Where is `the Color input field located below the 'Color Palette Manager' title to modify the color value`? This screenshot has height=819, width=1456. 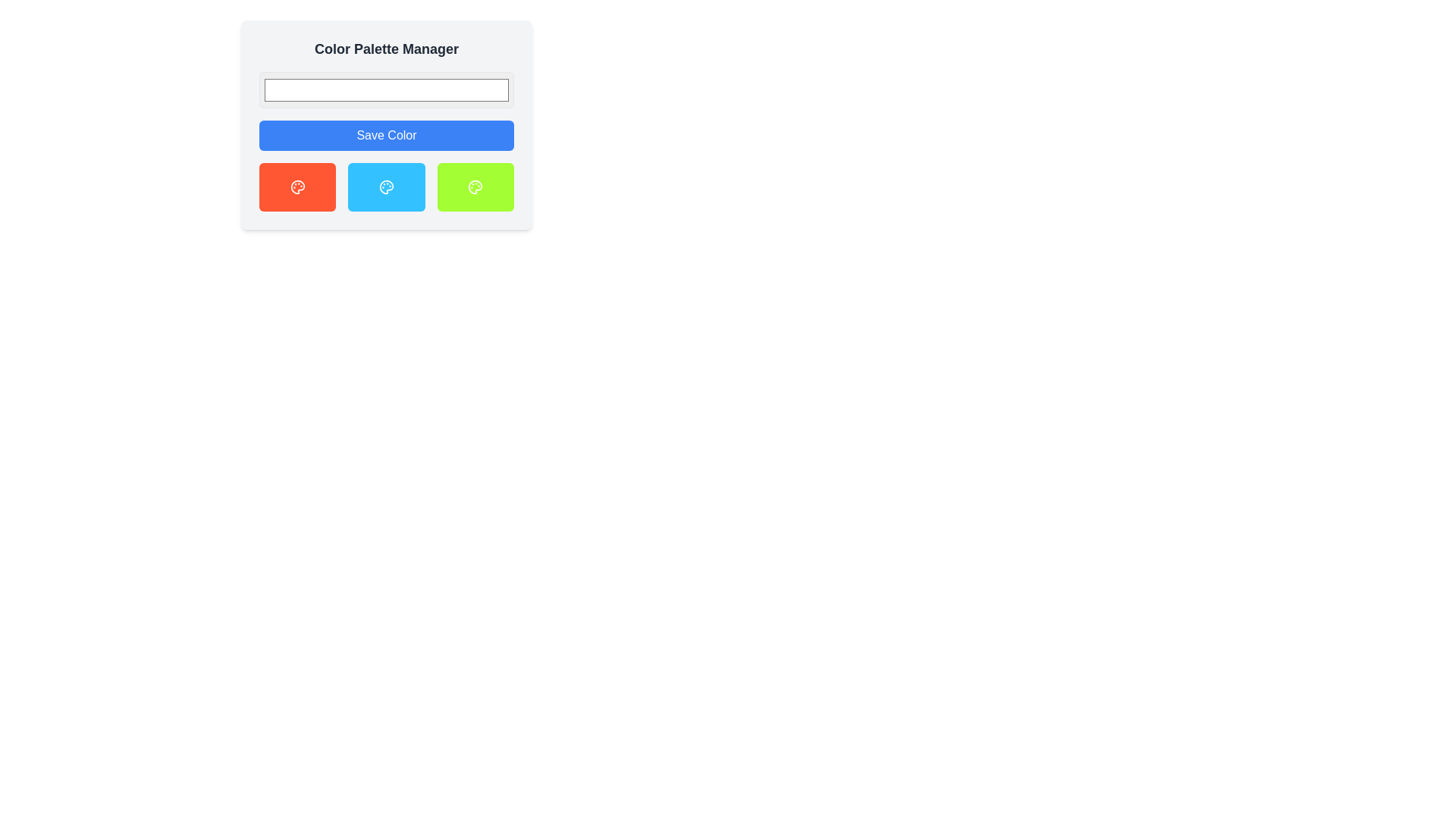
the Color input field located below the 'Color Palette Manager' title to modify the color value is located at coordinates (386, 90).